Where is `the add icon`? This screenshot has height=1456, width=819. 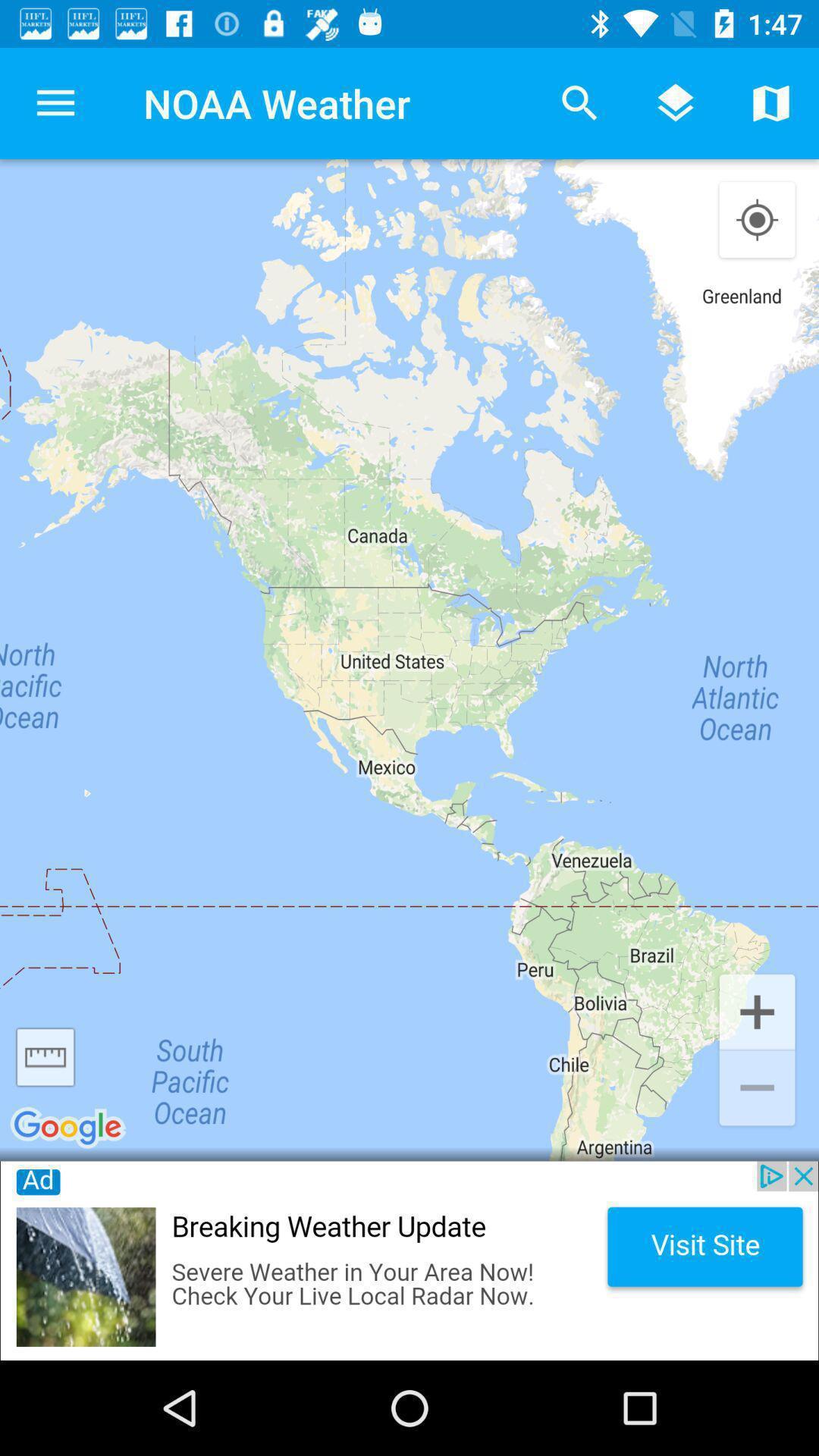
the add icon is located at coordinates (757, 1010).